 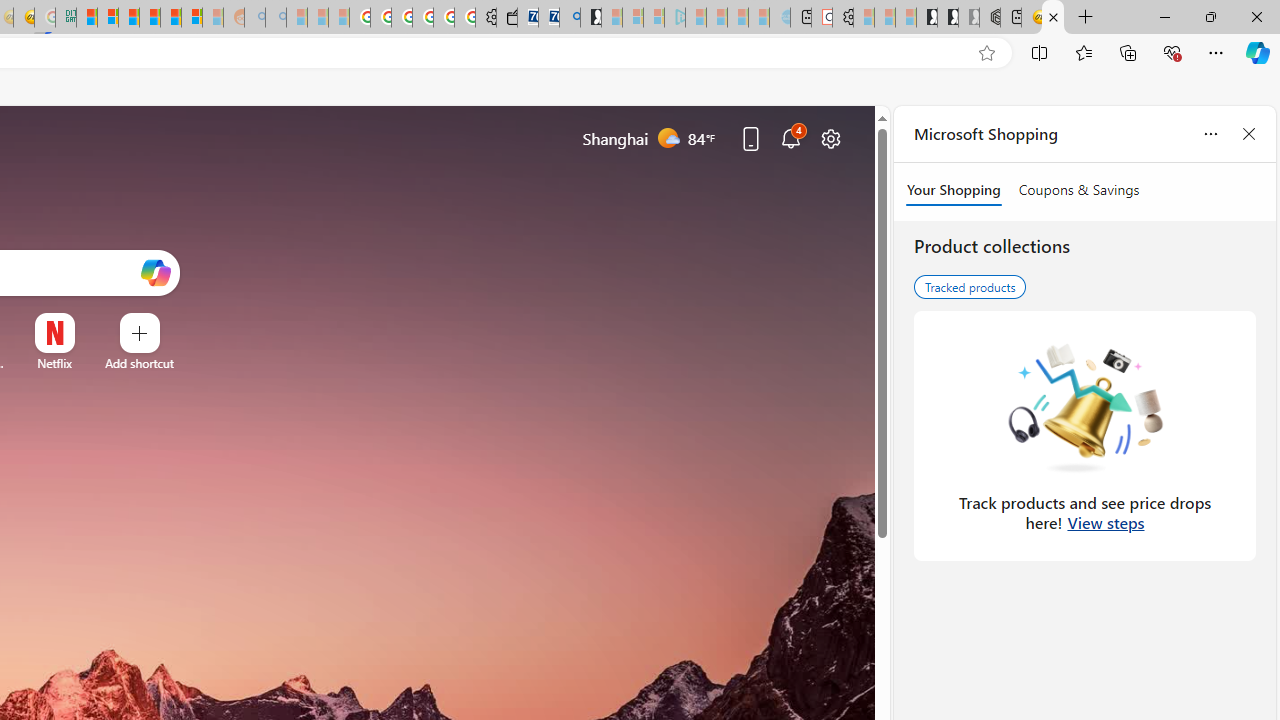 What do you see at coordinates (65, 17) in the screenshot?
I see `'DITOGAMES AG Imprint'` at bounding box center [65, 17].